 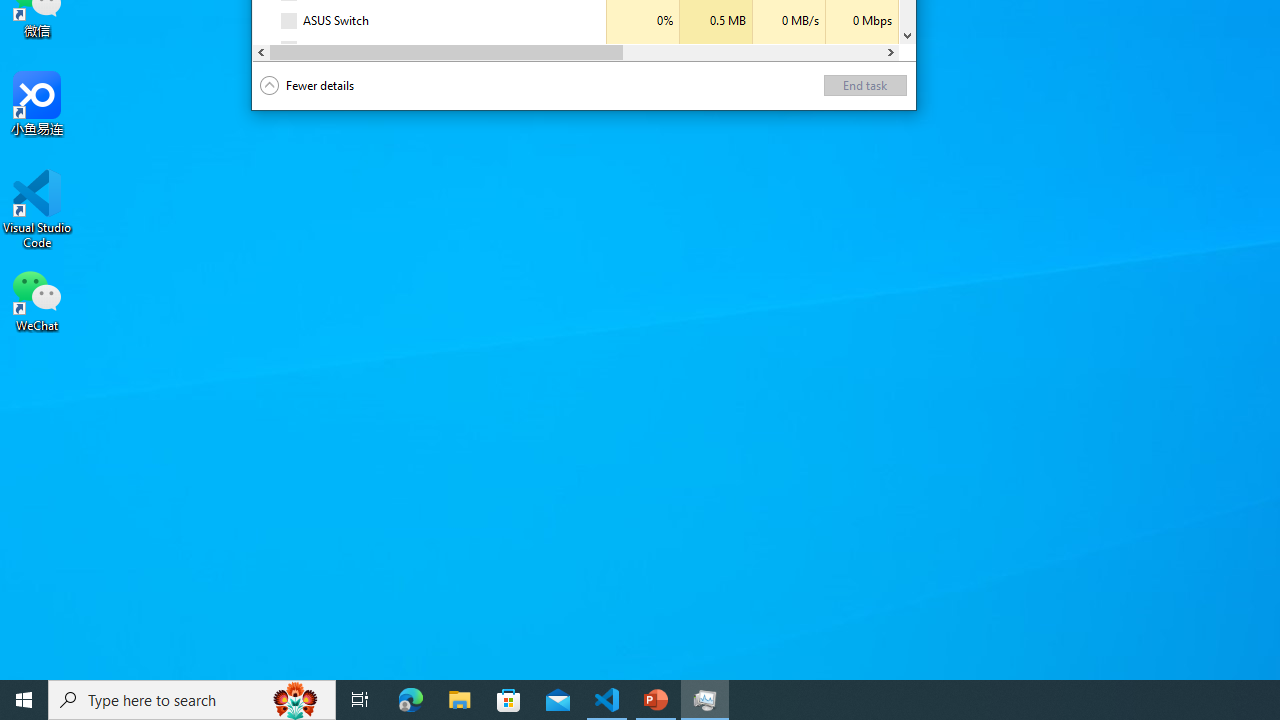 I want to click on 'Column left', so click(x=260, y=51).